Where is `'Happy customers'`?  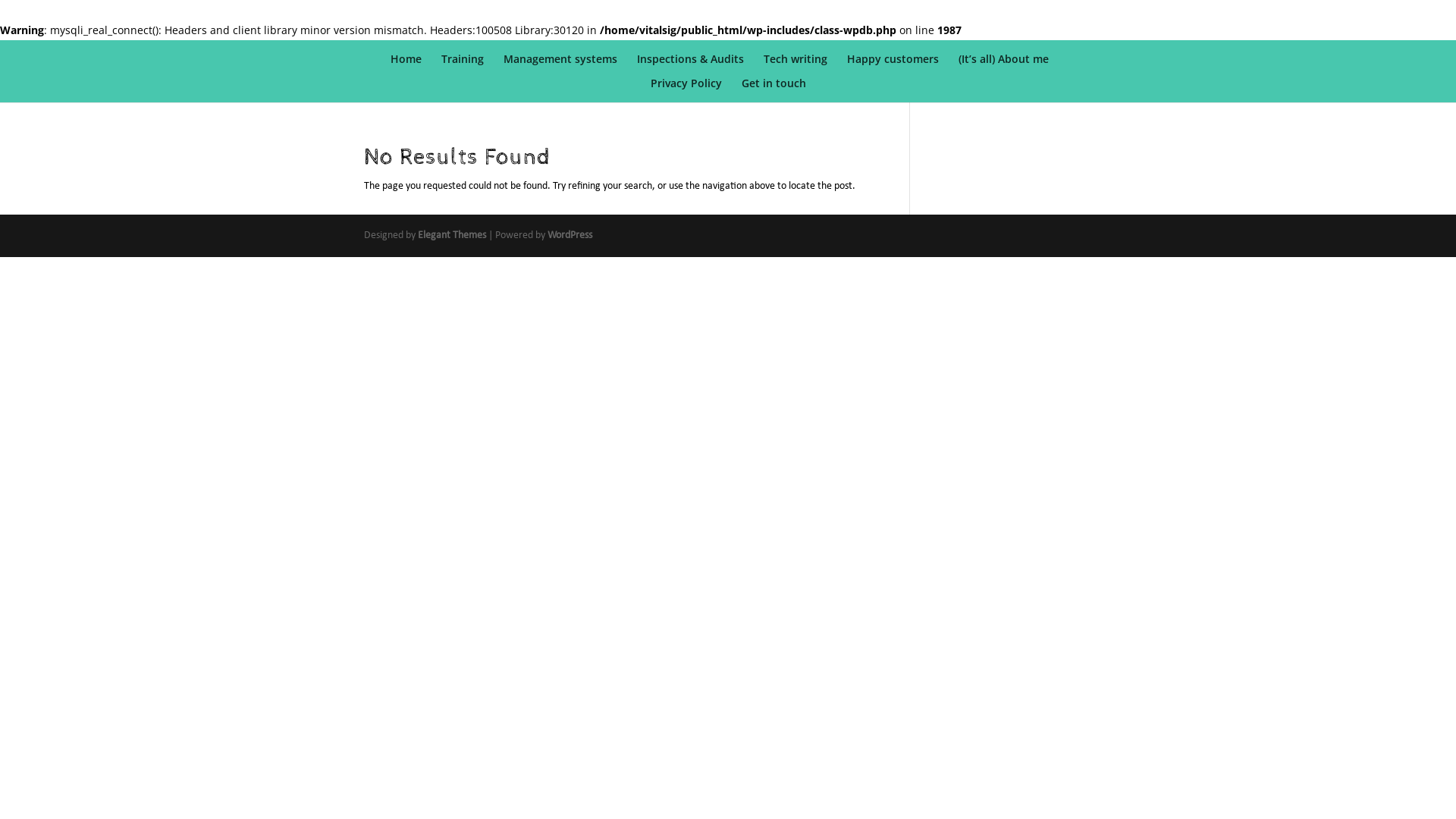 'Happy customers' is located at coordinates (893, 65).